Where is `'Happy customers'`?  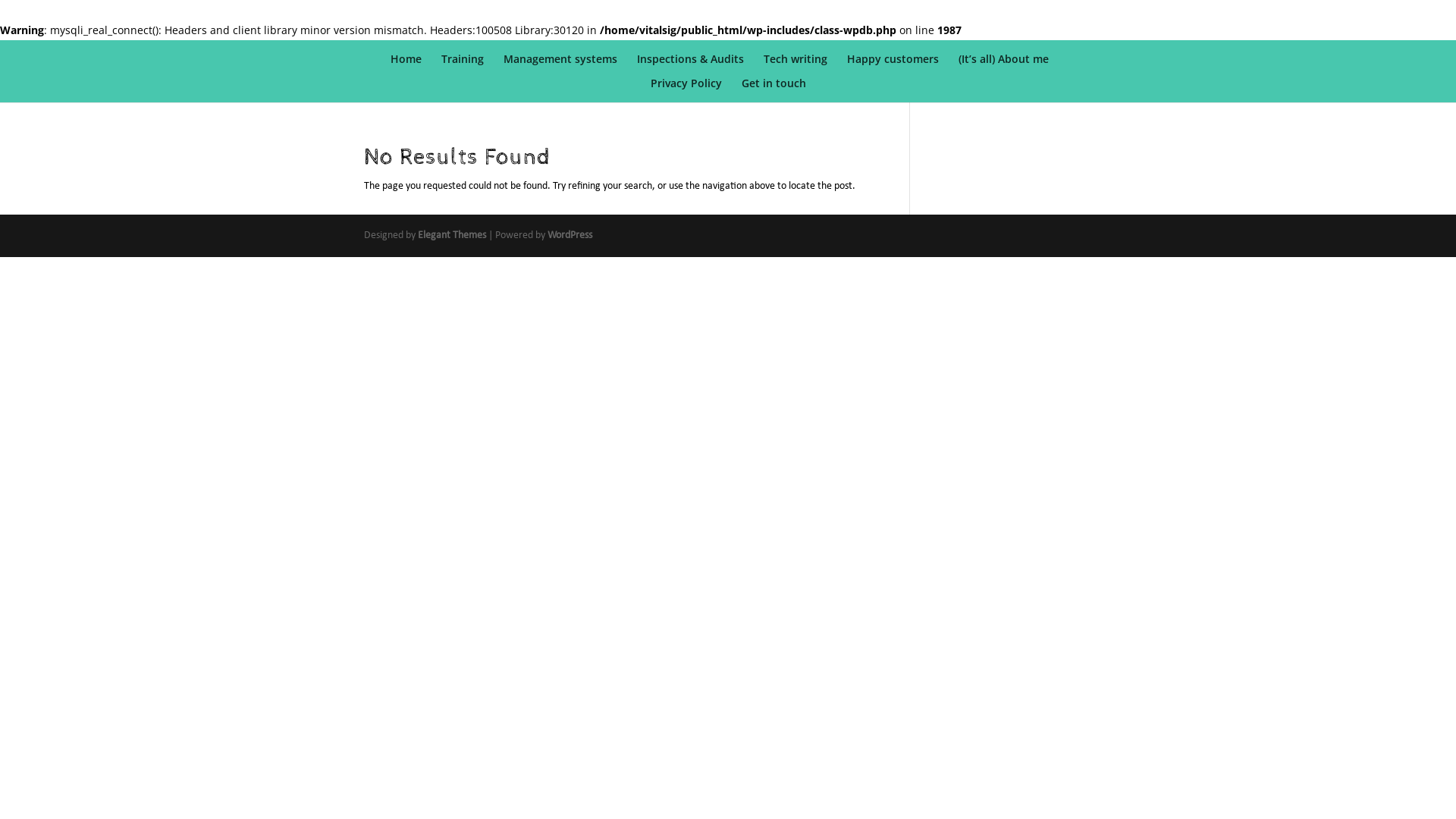 'Happy customers' is located at coordinates (893, 65).